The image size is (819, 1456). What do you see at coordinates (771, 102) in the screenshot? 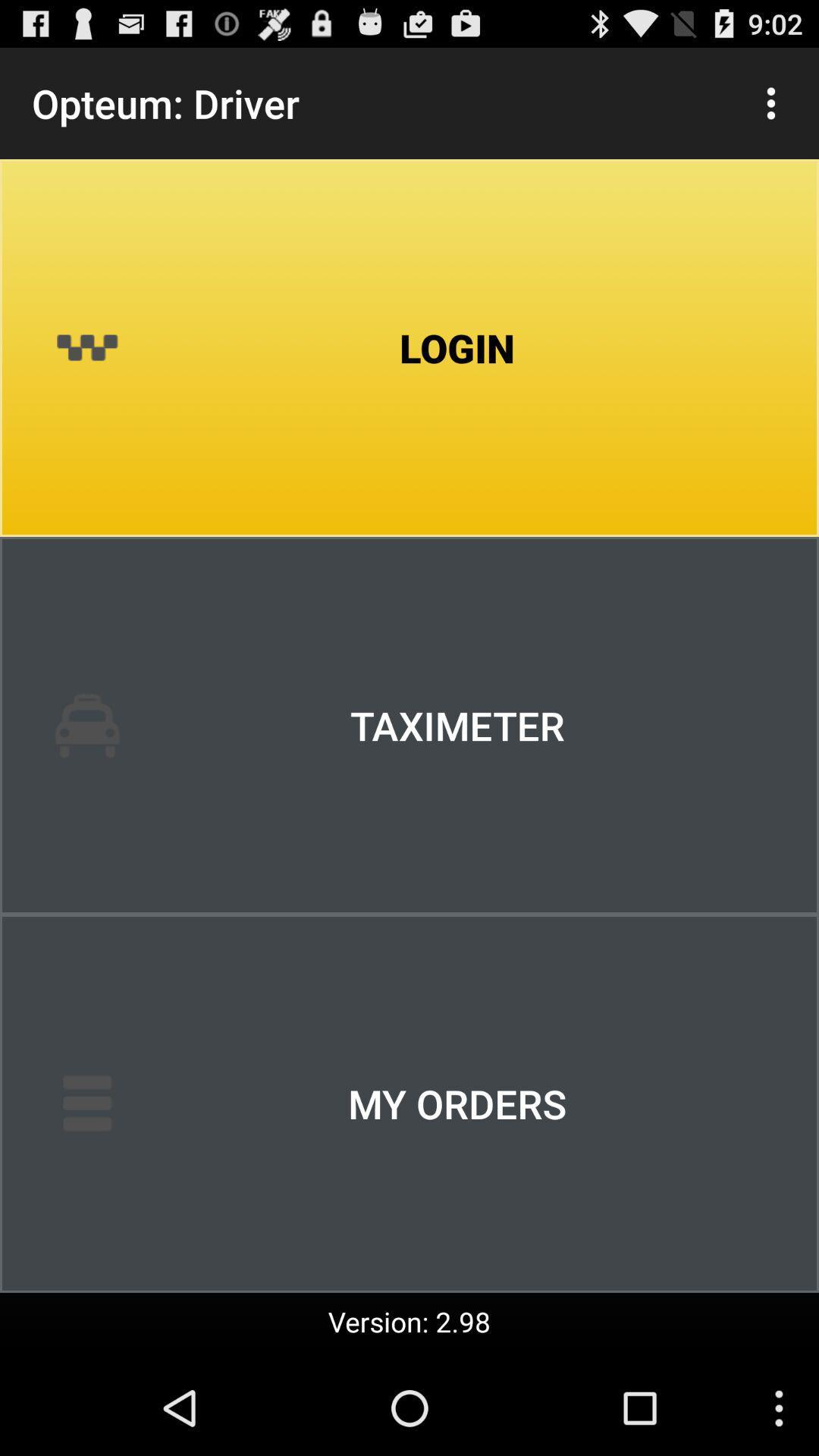
I see `item above the login icon` at bounding box center [771, 102].